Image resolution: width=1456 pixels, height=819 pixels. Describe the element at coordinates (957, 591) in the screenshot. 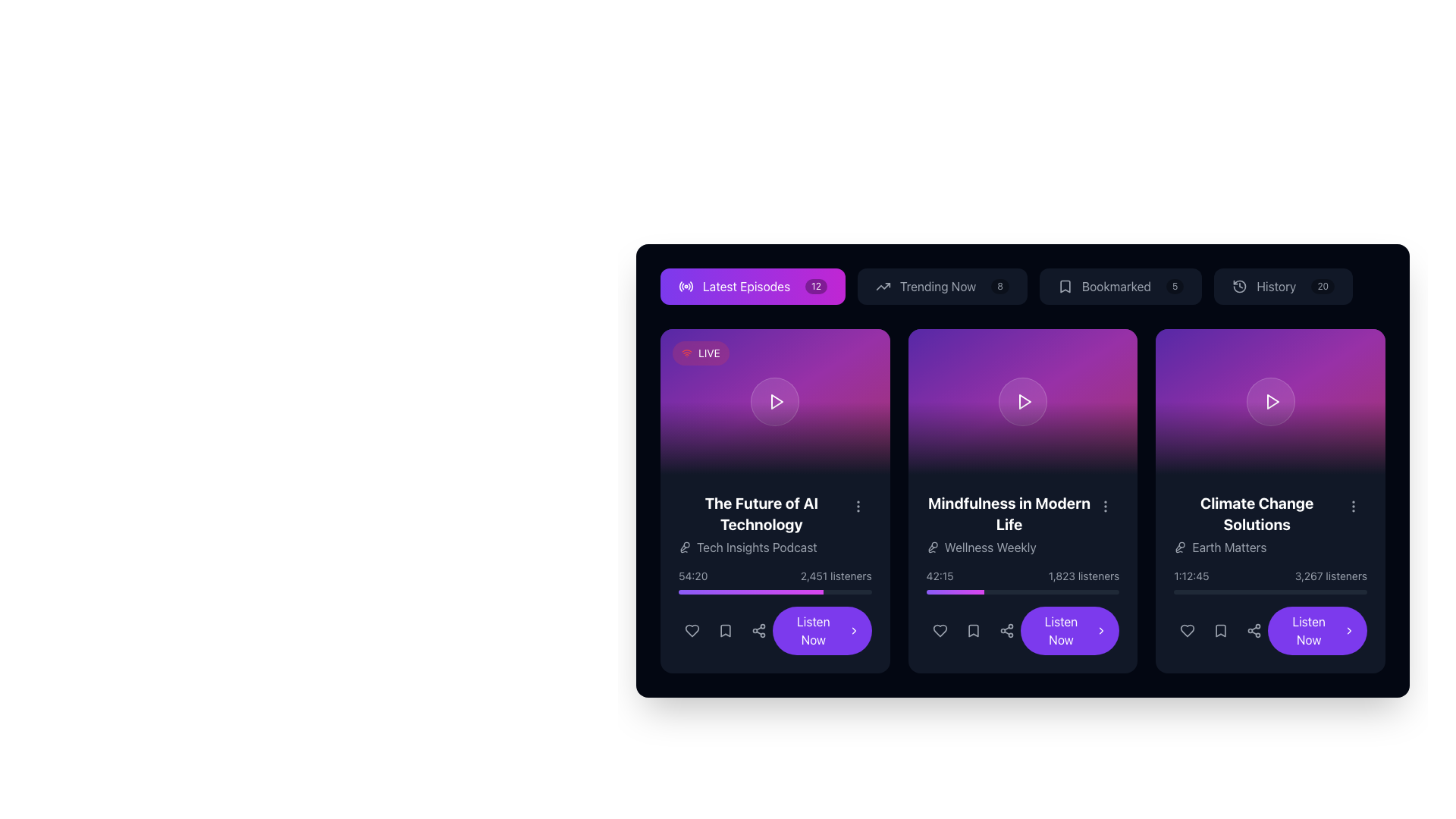

I see `progress` at that location.